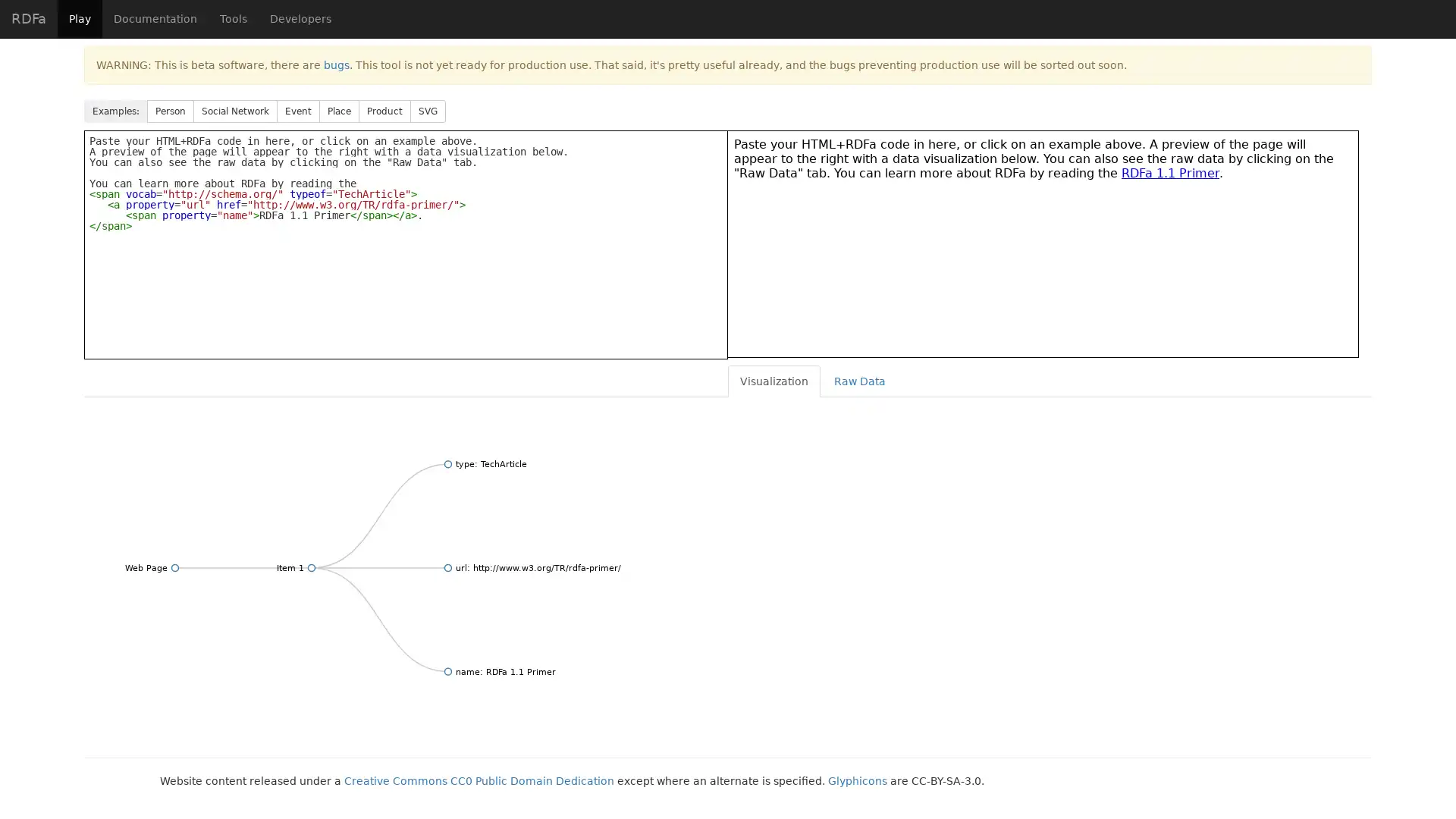 The height and width of the screenshot is (819, 1456). Describe the element at coordinates (384, 110) in the screenshot. I see `Product` at that location.